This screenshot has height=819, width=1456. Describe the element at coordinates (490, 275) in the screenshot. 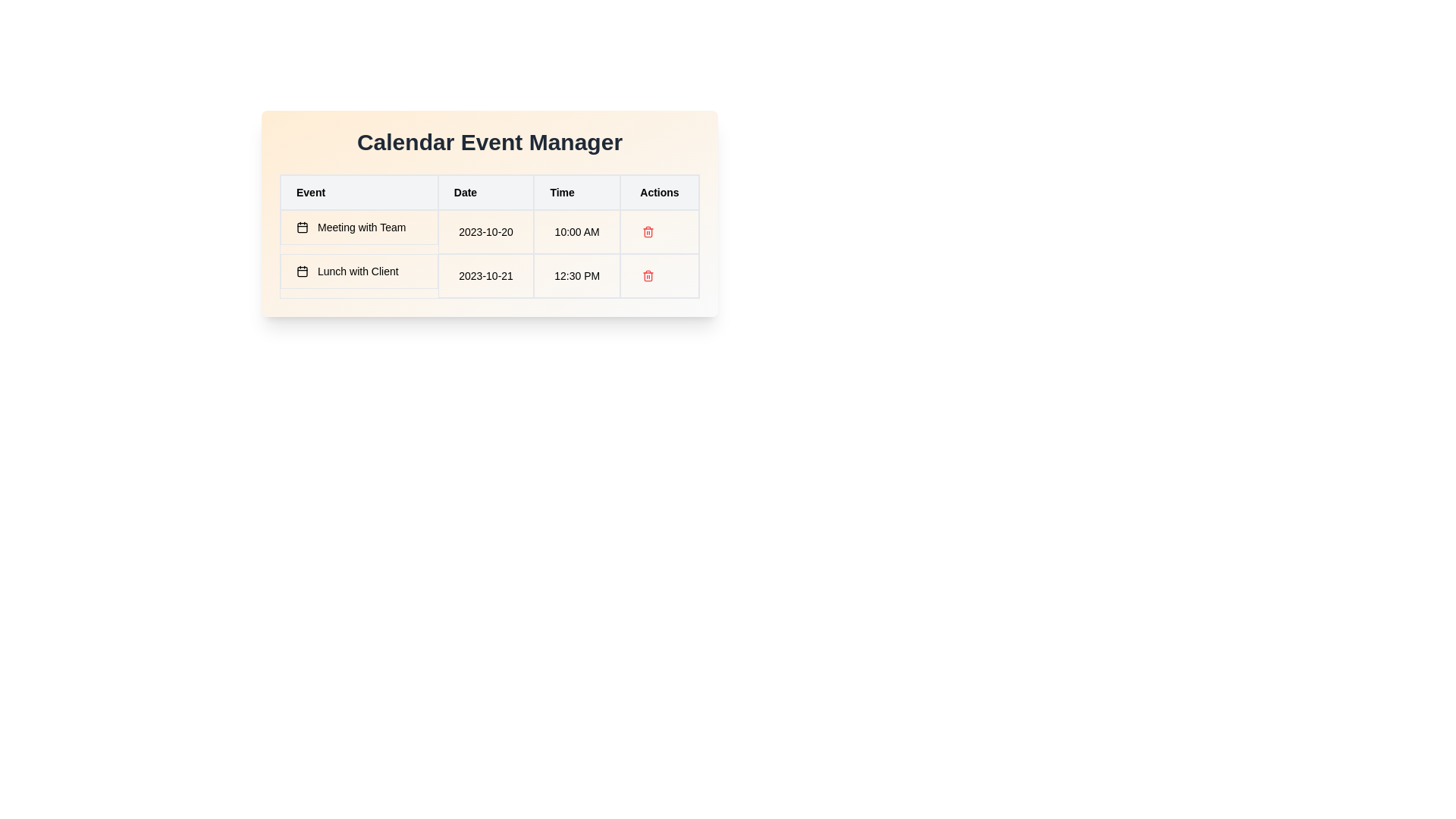

I see `the second row of the table in the 'Calendar Event Manager' section, which displays the event titled 'Lunch with Client' along with its date '2023-10-21' and time '12:30 PM'` at that location.